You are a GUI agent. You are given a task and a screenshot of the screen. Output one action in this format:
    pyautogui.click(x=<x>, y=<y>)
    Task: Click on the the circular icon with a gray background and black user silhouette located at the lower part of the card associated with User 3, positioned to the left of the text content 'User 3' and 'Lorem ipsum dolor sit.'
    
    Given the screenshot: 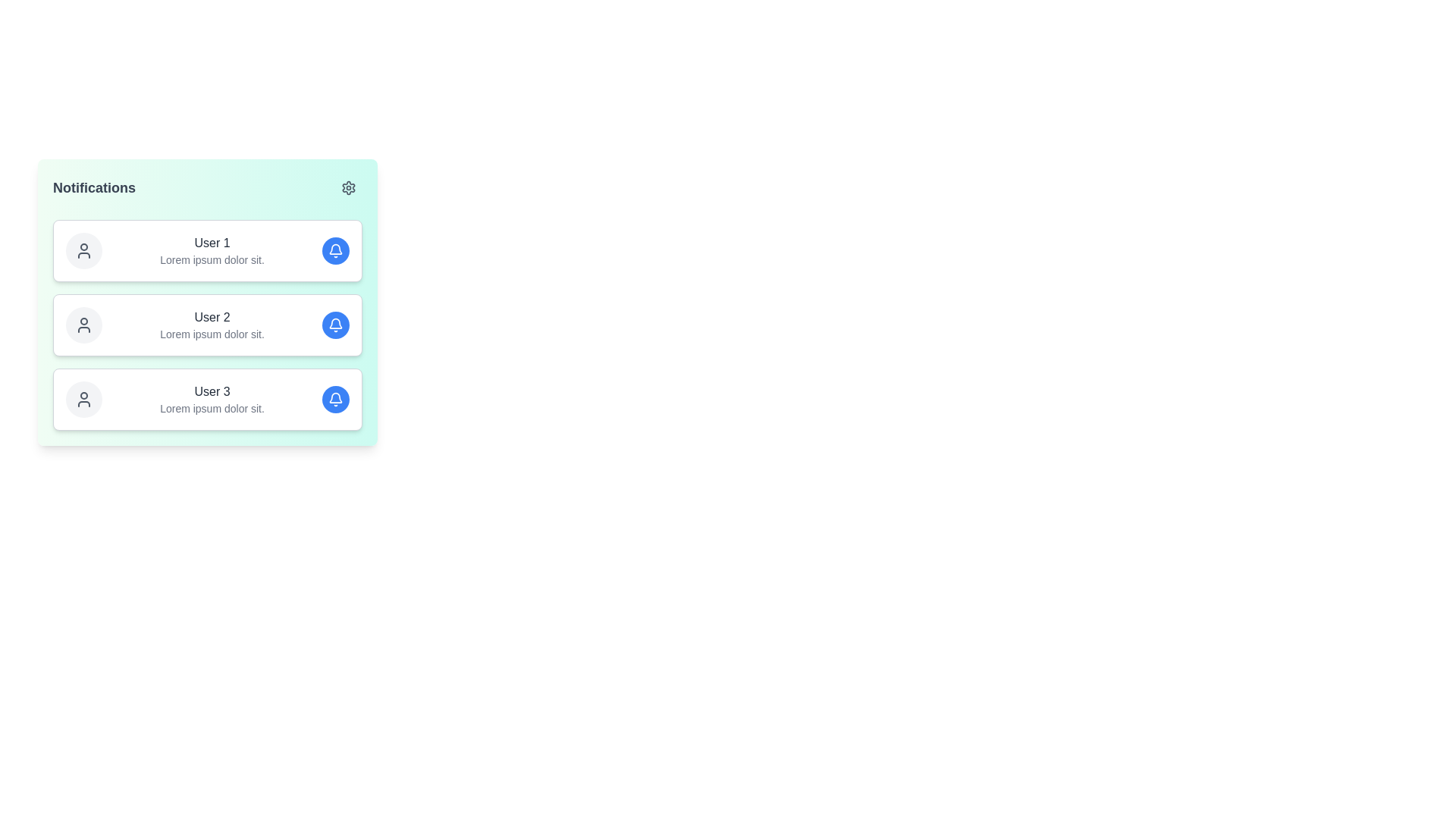 What is the action you would take?
    pyautogui.click(x=83, y=399)
    